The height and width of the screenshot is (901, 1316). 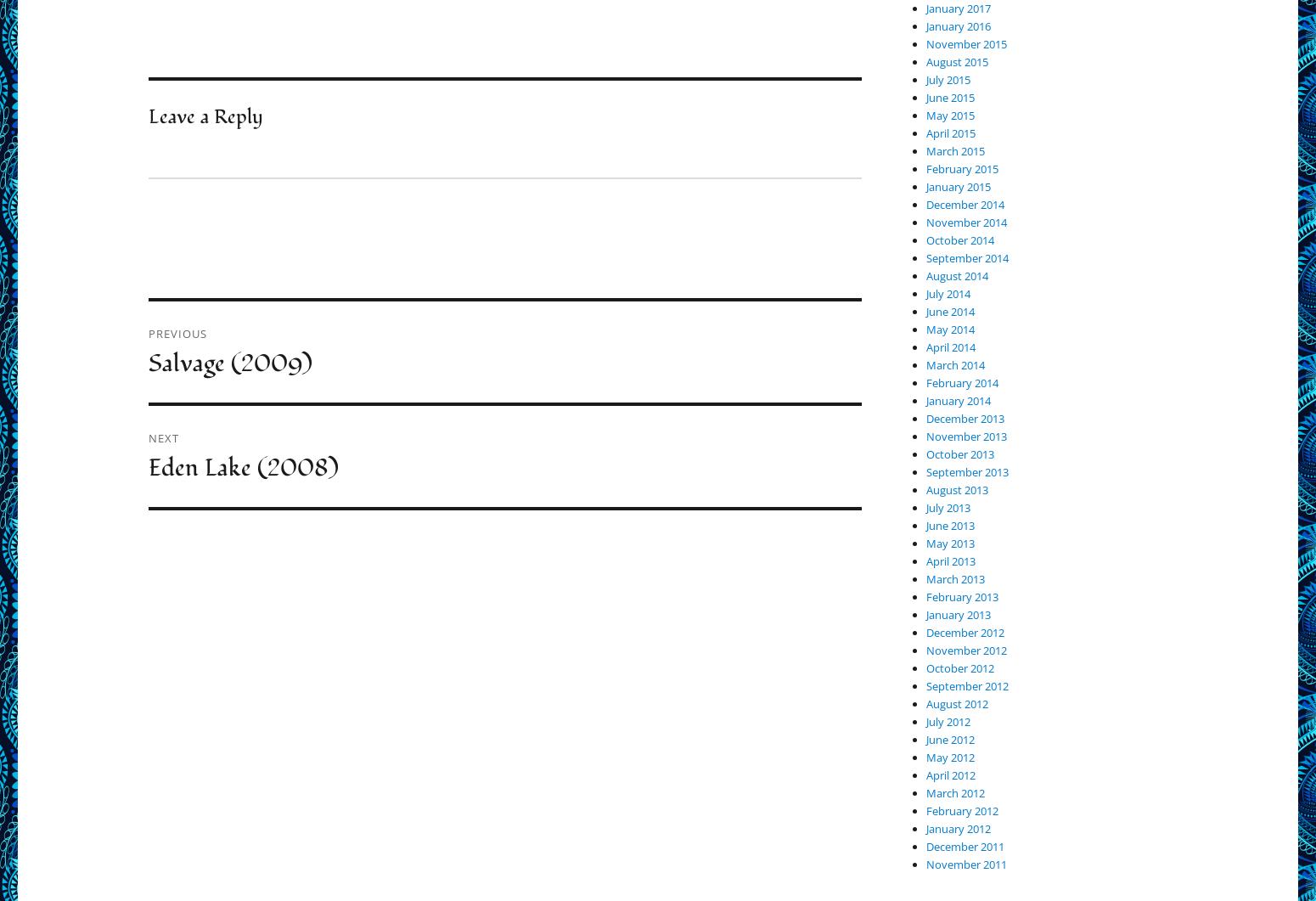 I want to click on 'January 2017', so click(x=958, y=8).